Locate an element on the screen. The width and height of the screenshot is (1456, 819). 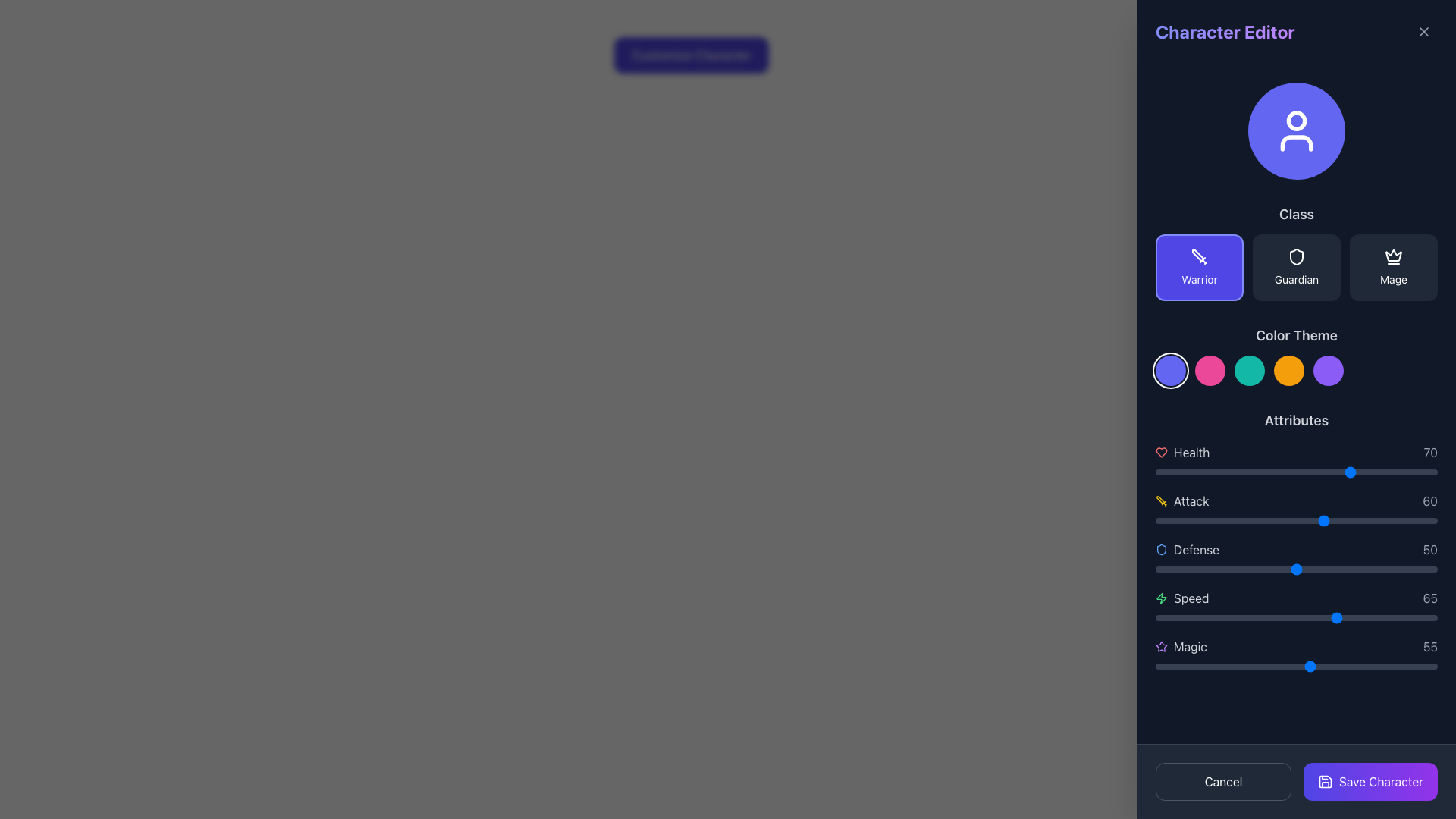
the circular purple button, which is the fifth and last element in the 'Color Theme' section is located at coordinates (1328, 371).